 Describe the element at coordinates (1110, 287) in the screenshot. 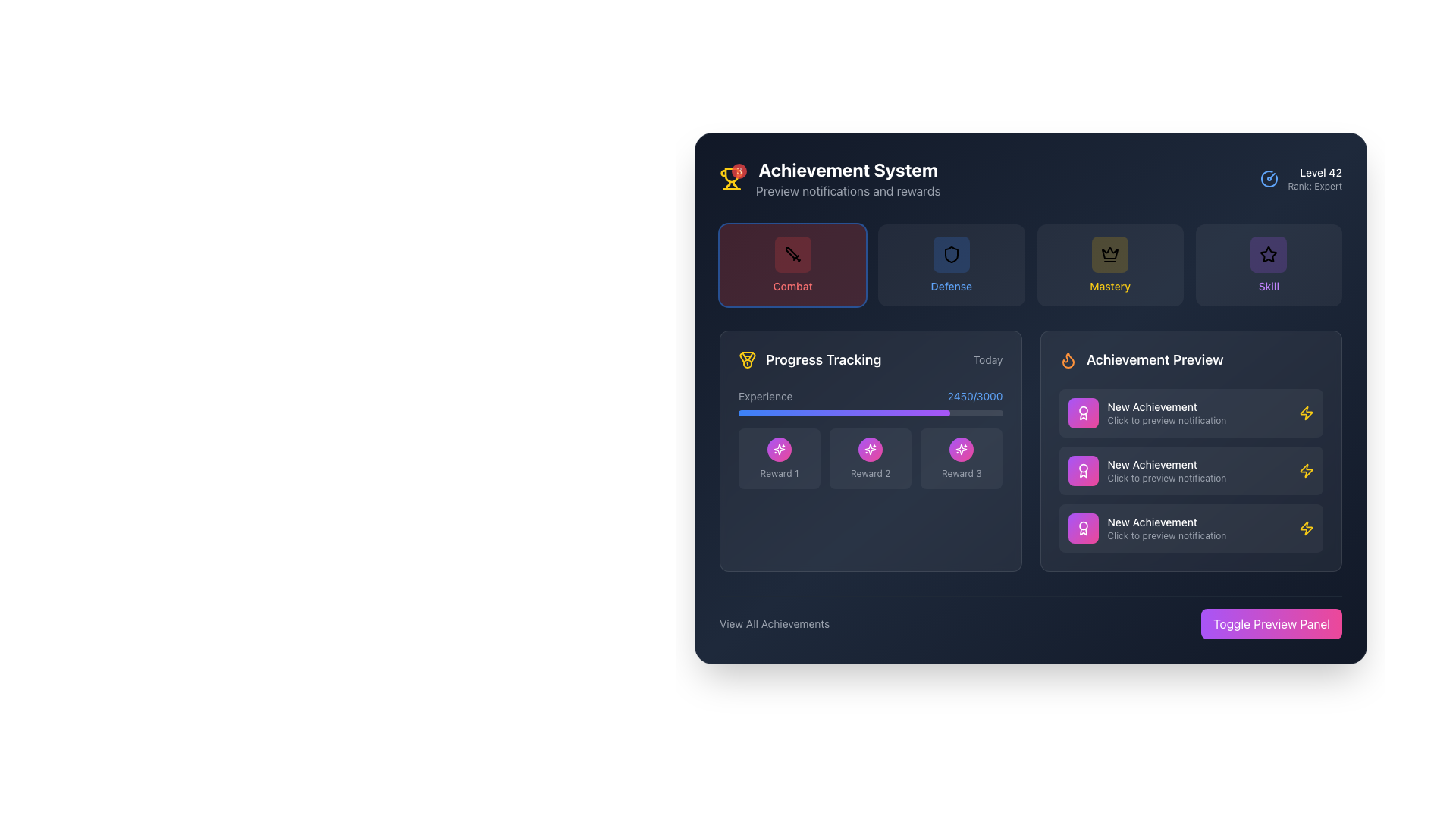

I see `the 'Mastery' text label, which is displayed in yellow font, small size, and capitalized format, located on a dark background in the third position of a horizontal selection panel` at that location.